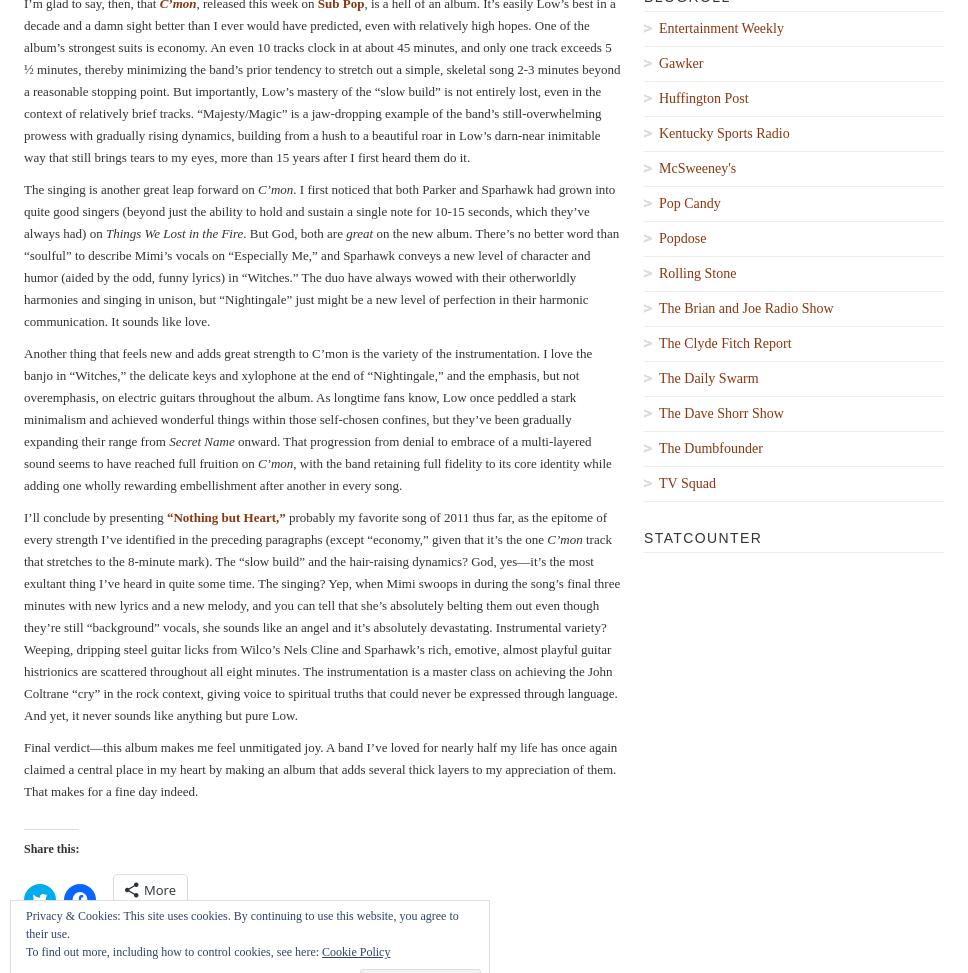 This screenshot has height=973, width=968. What do you see at coordinates (722, 132) in the screenshot?
I see `'Kentucky Sports Radio'` at bounding box center [722, 132].